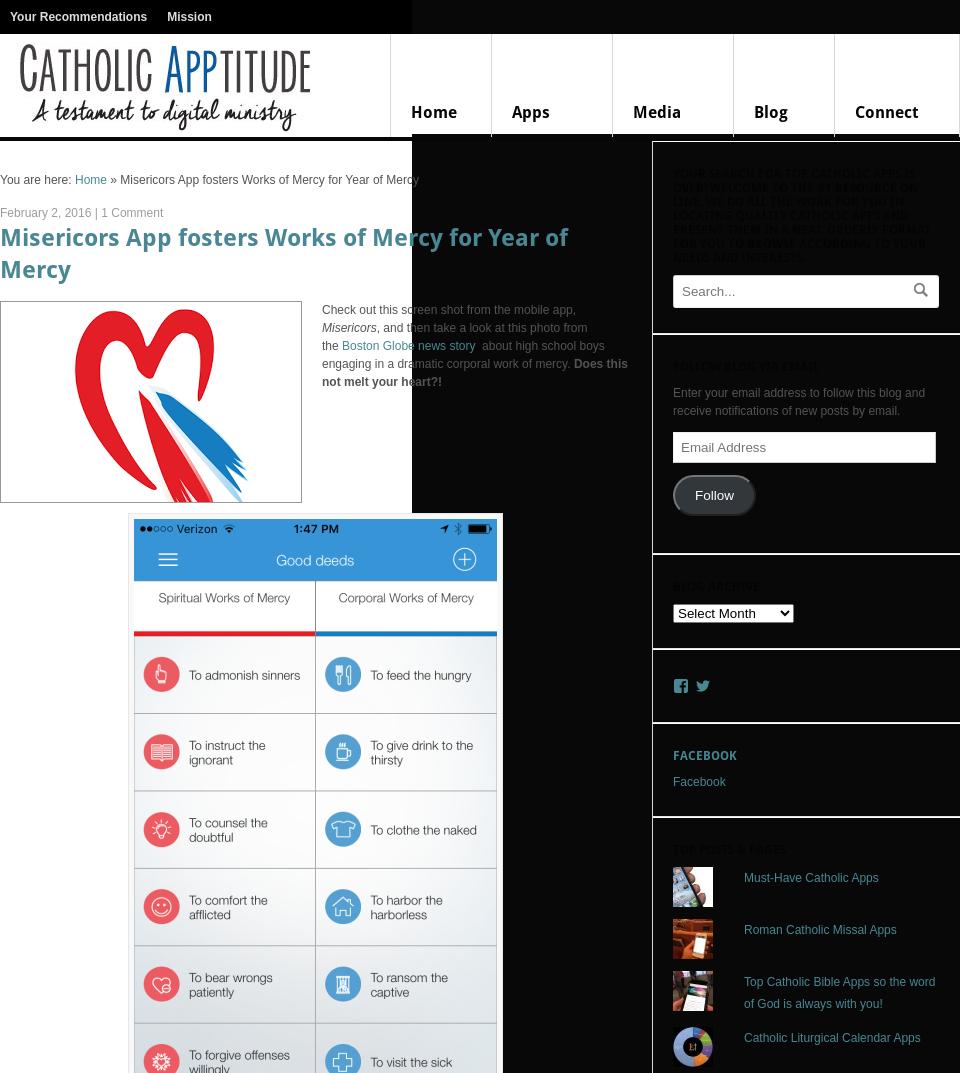 The image size is (960, 1073). Describe the element at coordinates (886, 112) in the screenshot. I see `'Connect'` at that location.